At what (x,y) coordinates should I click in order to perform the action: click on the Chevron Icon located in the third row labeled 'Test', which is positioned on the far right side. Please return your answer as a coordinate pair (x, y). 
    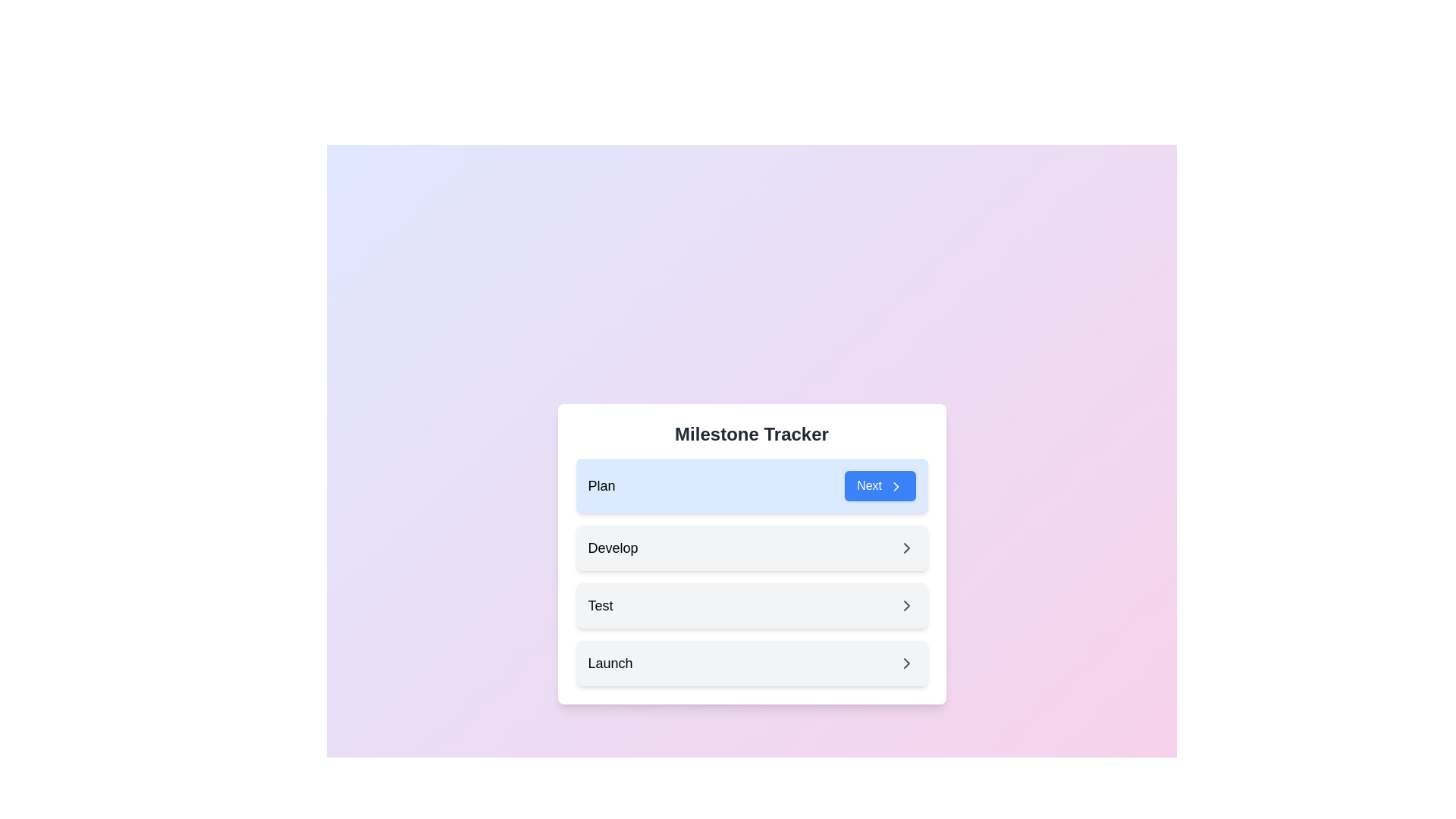
    Looking at the image, I should click on (906, 604).